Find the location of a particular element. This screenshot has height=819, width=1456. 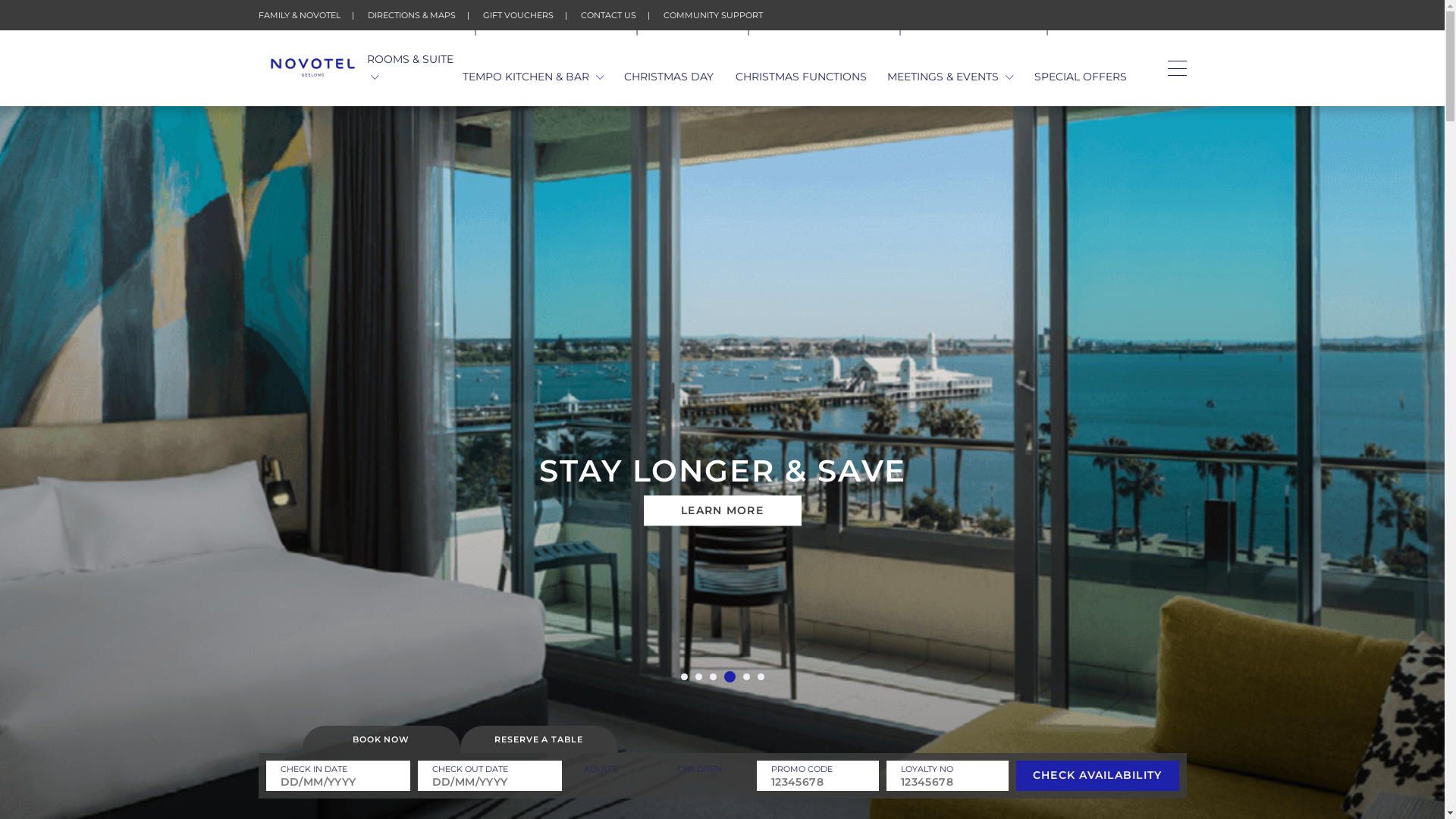

'FAMILY & NOVOTEL' is located at coordinates (298, 14).